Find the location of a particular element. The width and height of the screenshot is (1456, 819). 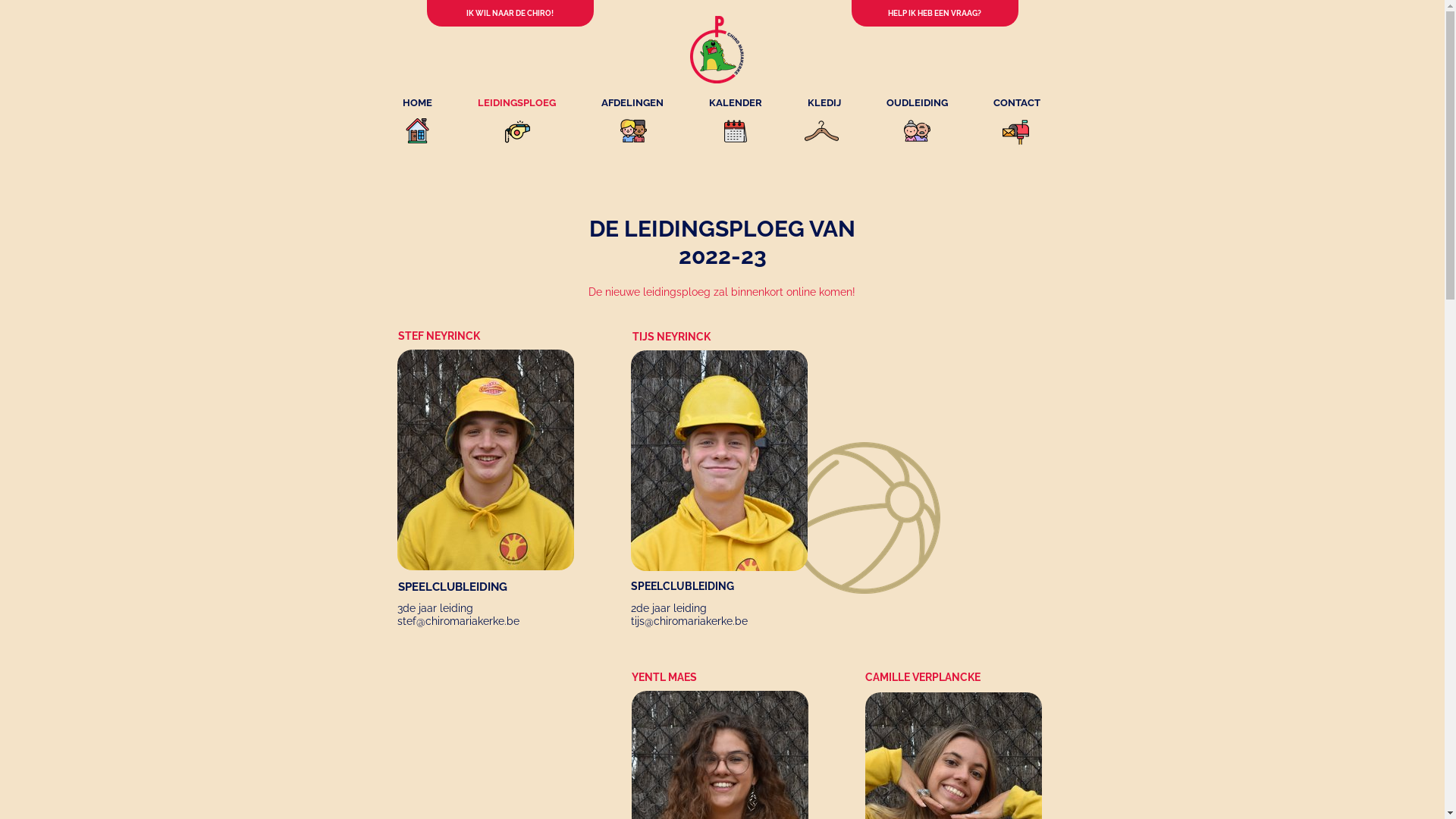

'LEIDINGSPLOEG' is located at coordinates (516, 102).